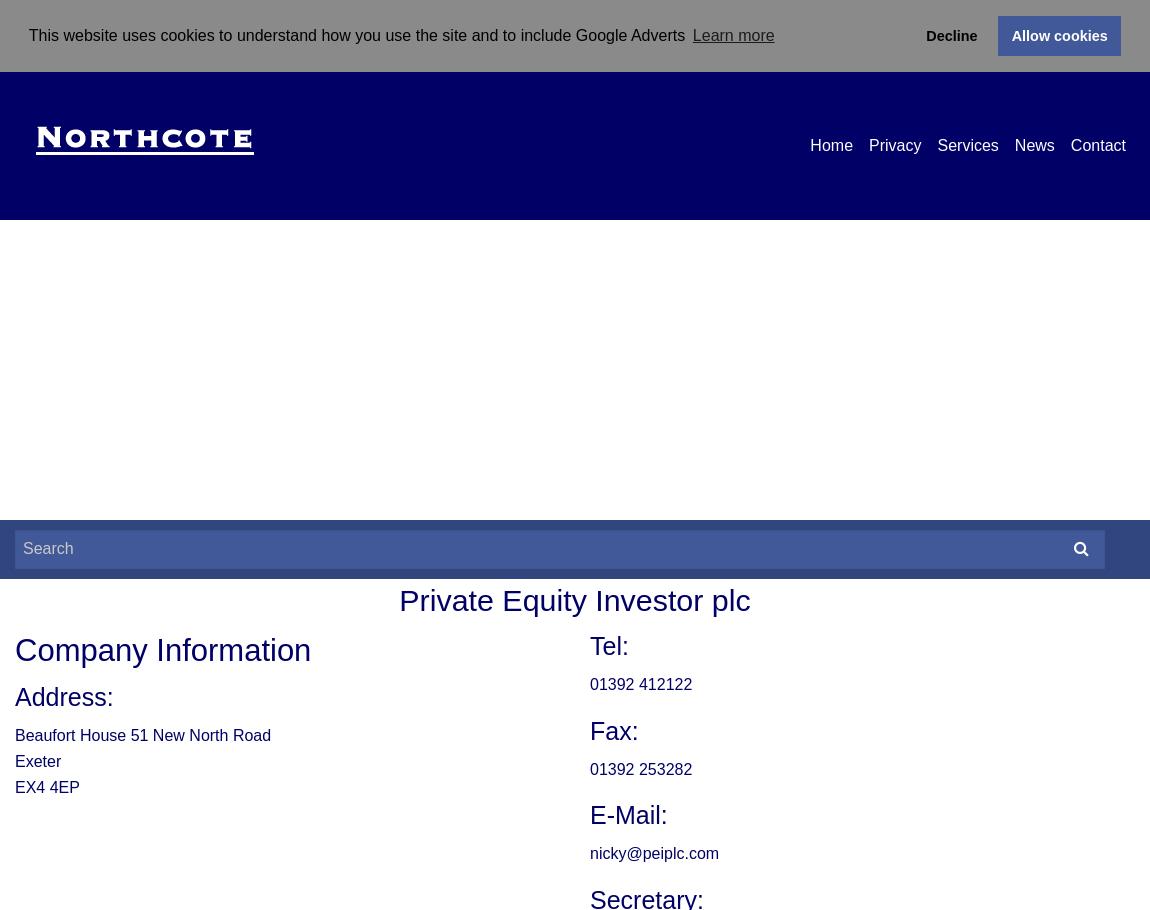 This screenshot has height=910, width=1150. What do you see at coordinates (627, 814) in the screenshot?
I see `'E-Mail:'` at bounding box center [627, 814].